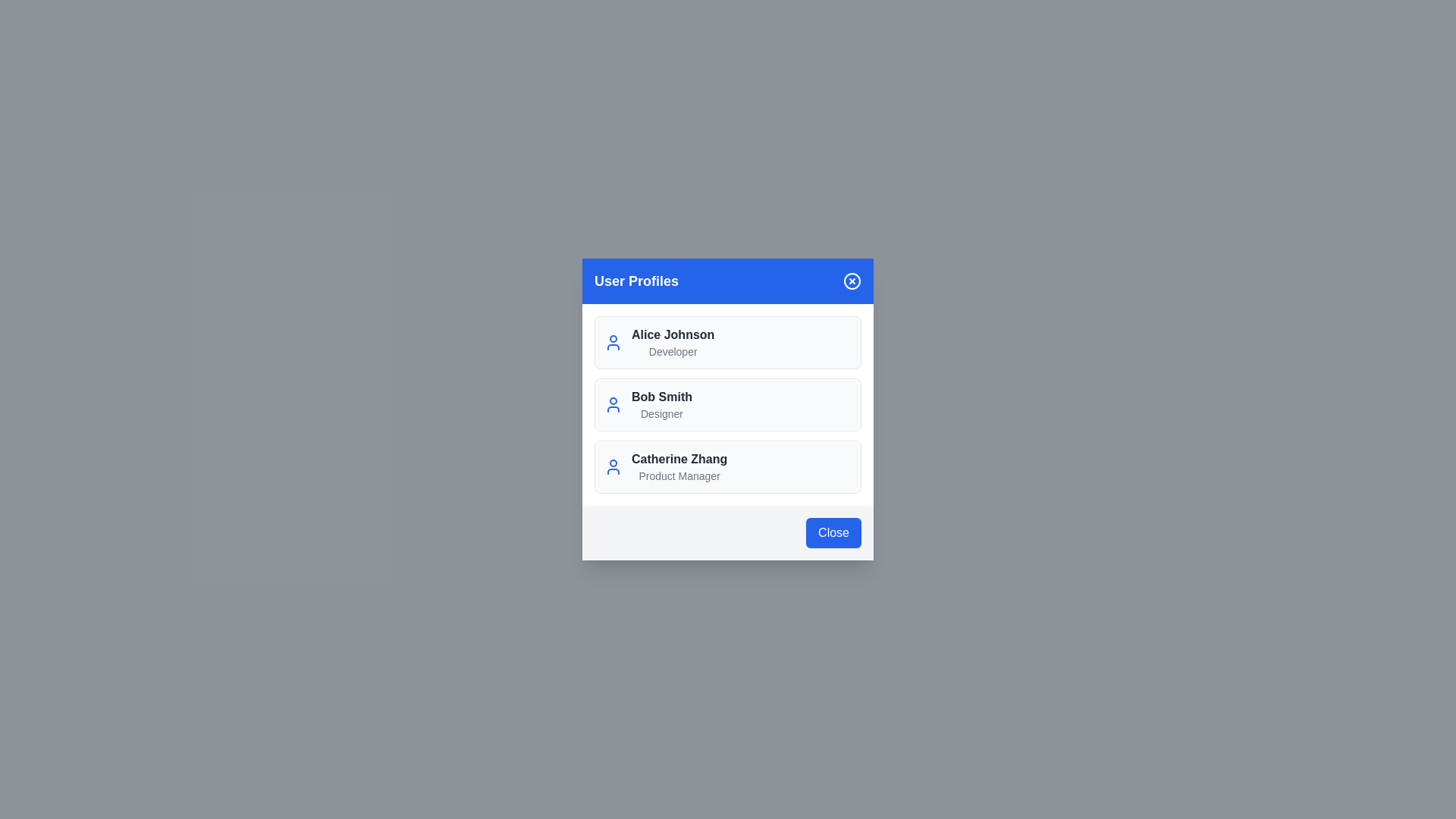 The width and height of the screenshot is (1456, 819). What do you see at coordinates (728, 409) in the screenshot?
I see `the dialog's main area to focus it` at bounding box center [728, 409].